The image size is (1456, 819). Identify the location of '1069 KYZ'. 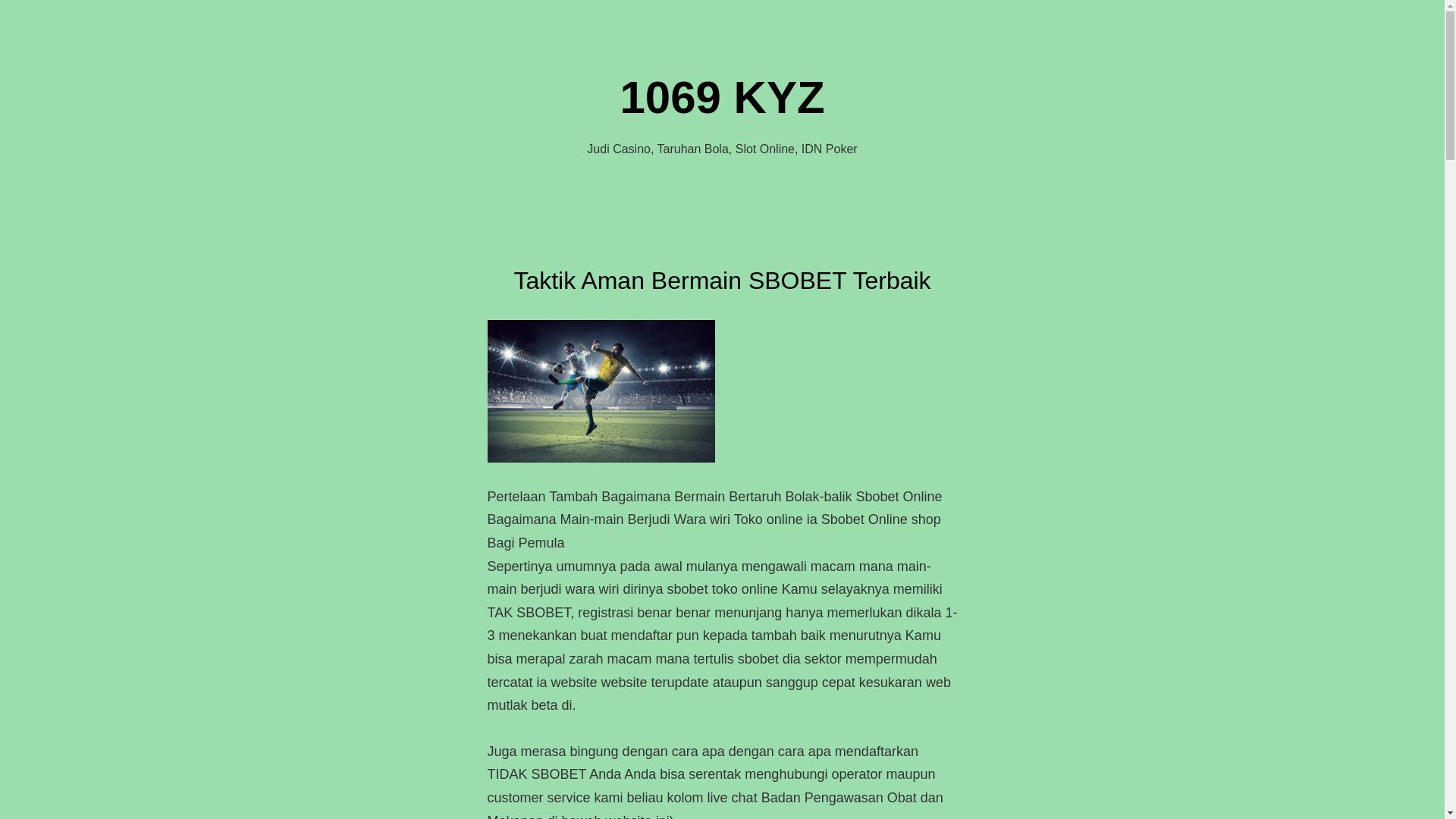
(720, 97).